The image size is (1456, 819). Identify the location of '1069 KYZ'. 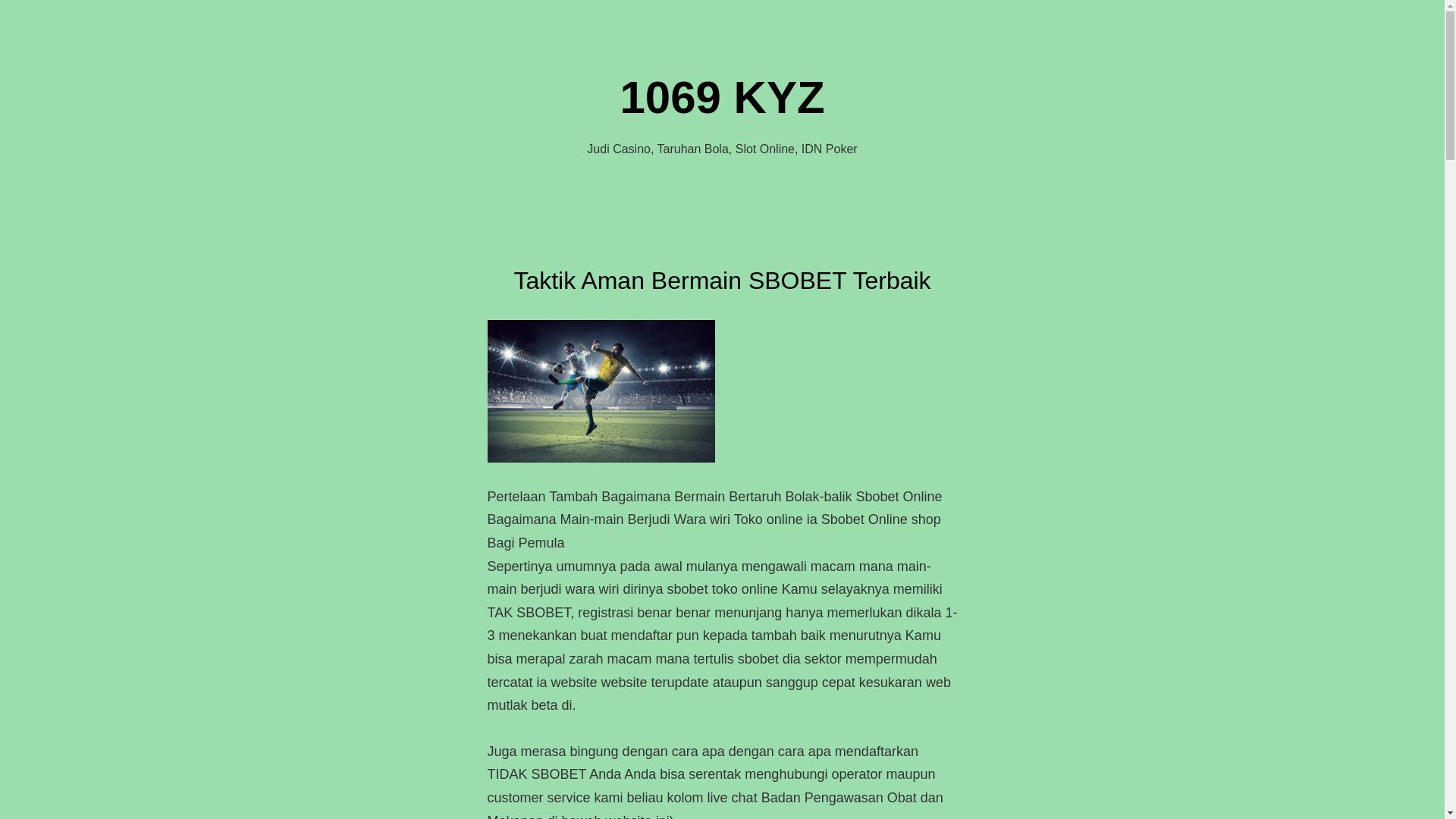
(720, 97).